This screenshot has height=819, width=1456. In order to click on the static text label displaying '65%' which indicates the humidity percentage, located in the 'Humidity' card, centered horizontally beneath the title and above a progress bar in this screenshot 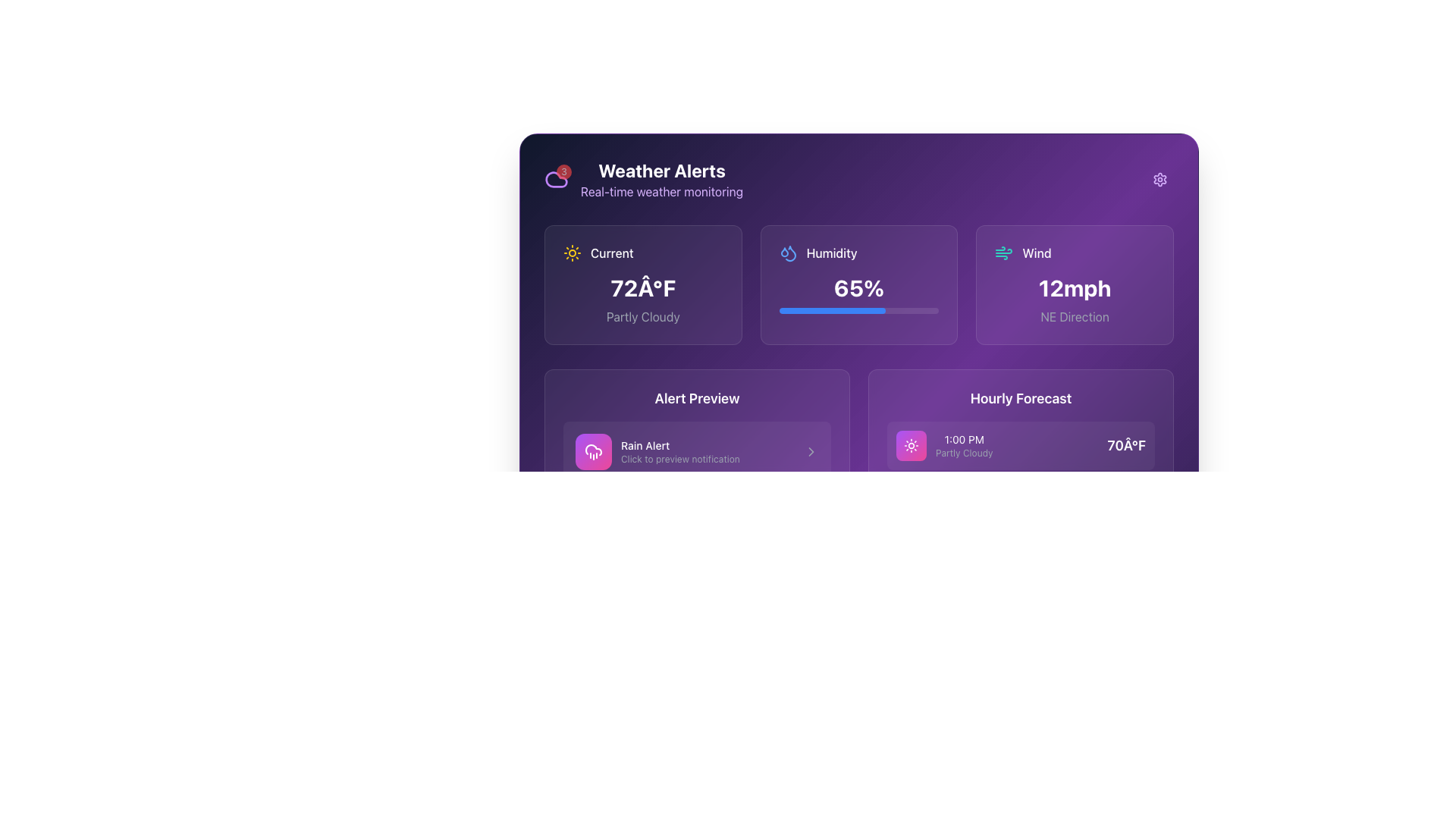, I will do `click(858, 288)`.